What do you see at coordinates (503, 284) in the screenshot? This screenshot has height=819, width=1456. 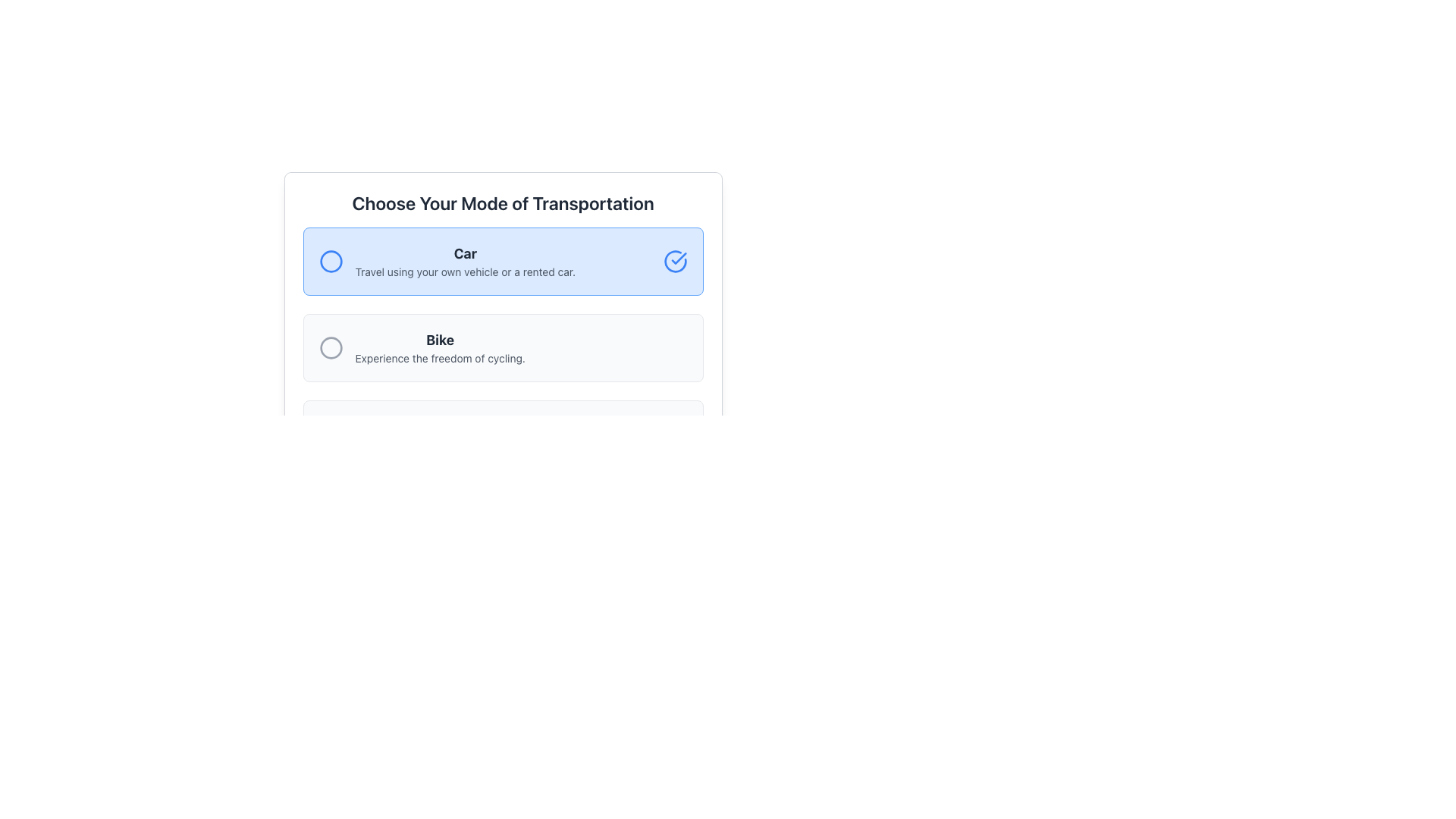 I see `the first selectable option under the 'Choose Your Mode of Transportation' section` at bounding box center [503, 284].